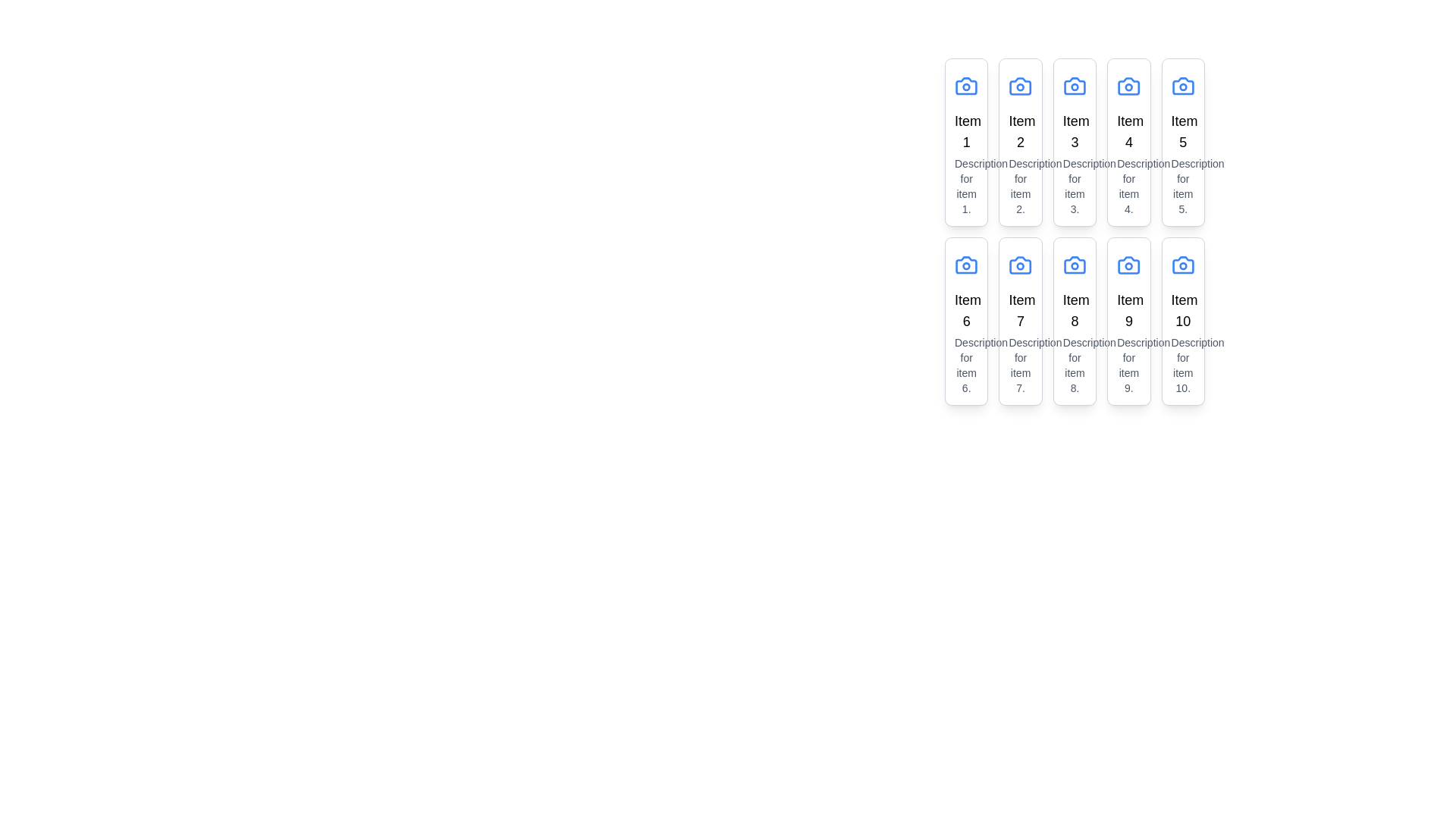  Describe the element at coordinates (1182, 143) in the screenshot. I see `the fifth card in the grid layout, which displays 'Item 5' and its description to trigger interactions` at that location.